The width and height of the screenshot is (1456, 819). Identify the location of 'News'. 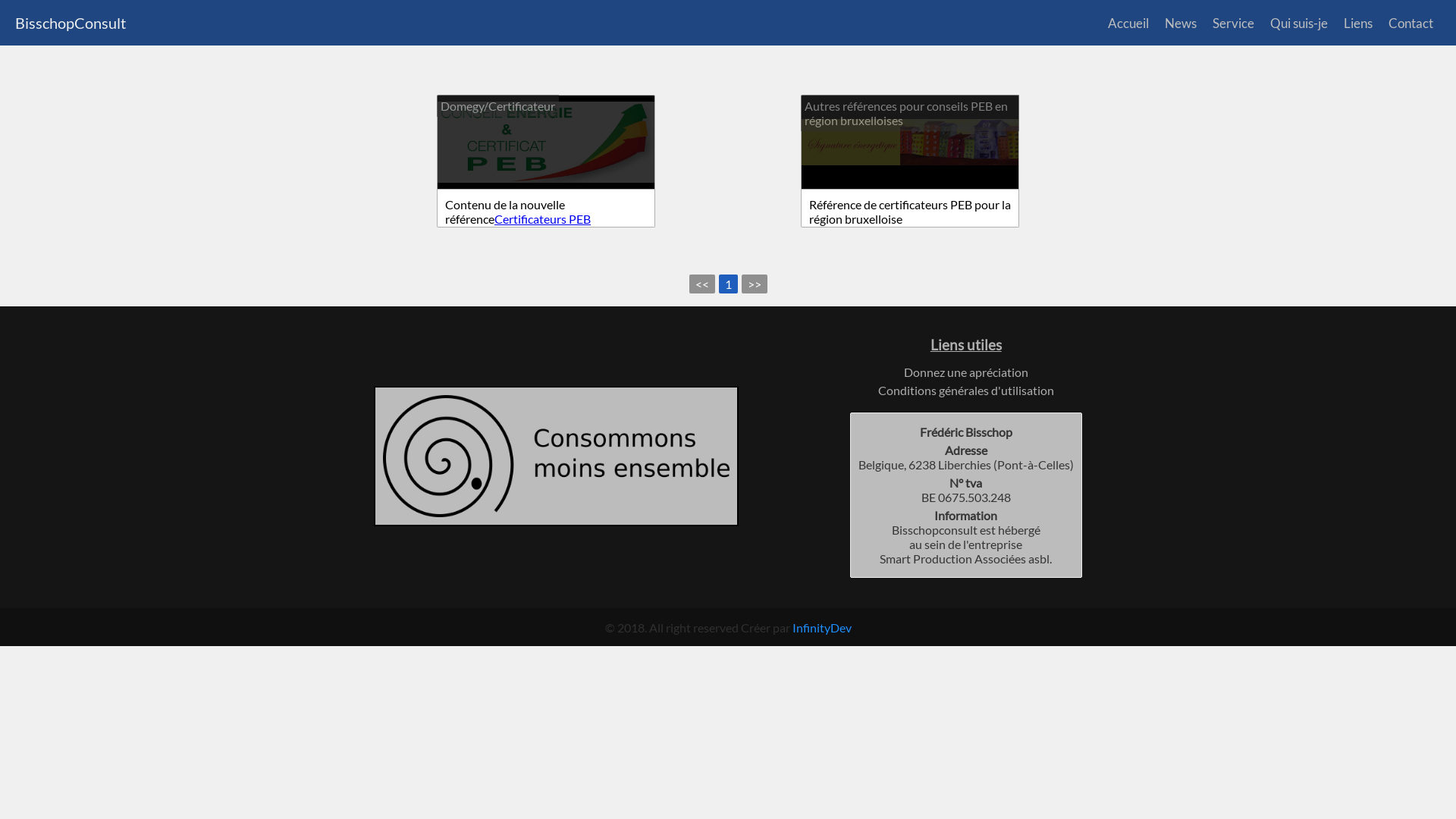
(1164, 23).